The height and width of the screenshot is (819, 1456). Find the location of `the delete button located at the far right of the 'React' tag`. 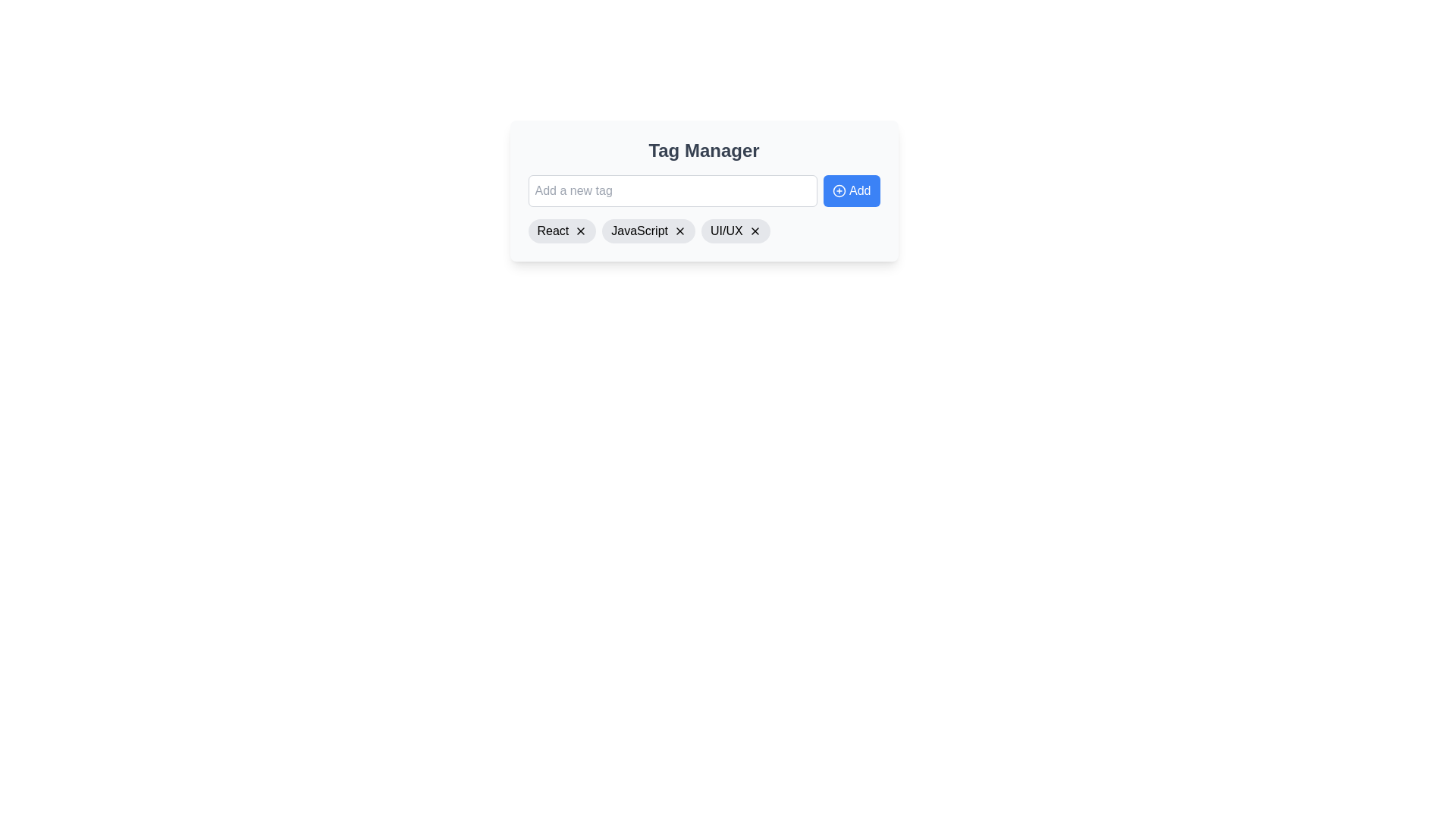

the delete button located at the far right of the 'React' tag is located at coordinates (580, 231).